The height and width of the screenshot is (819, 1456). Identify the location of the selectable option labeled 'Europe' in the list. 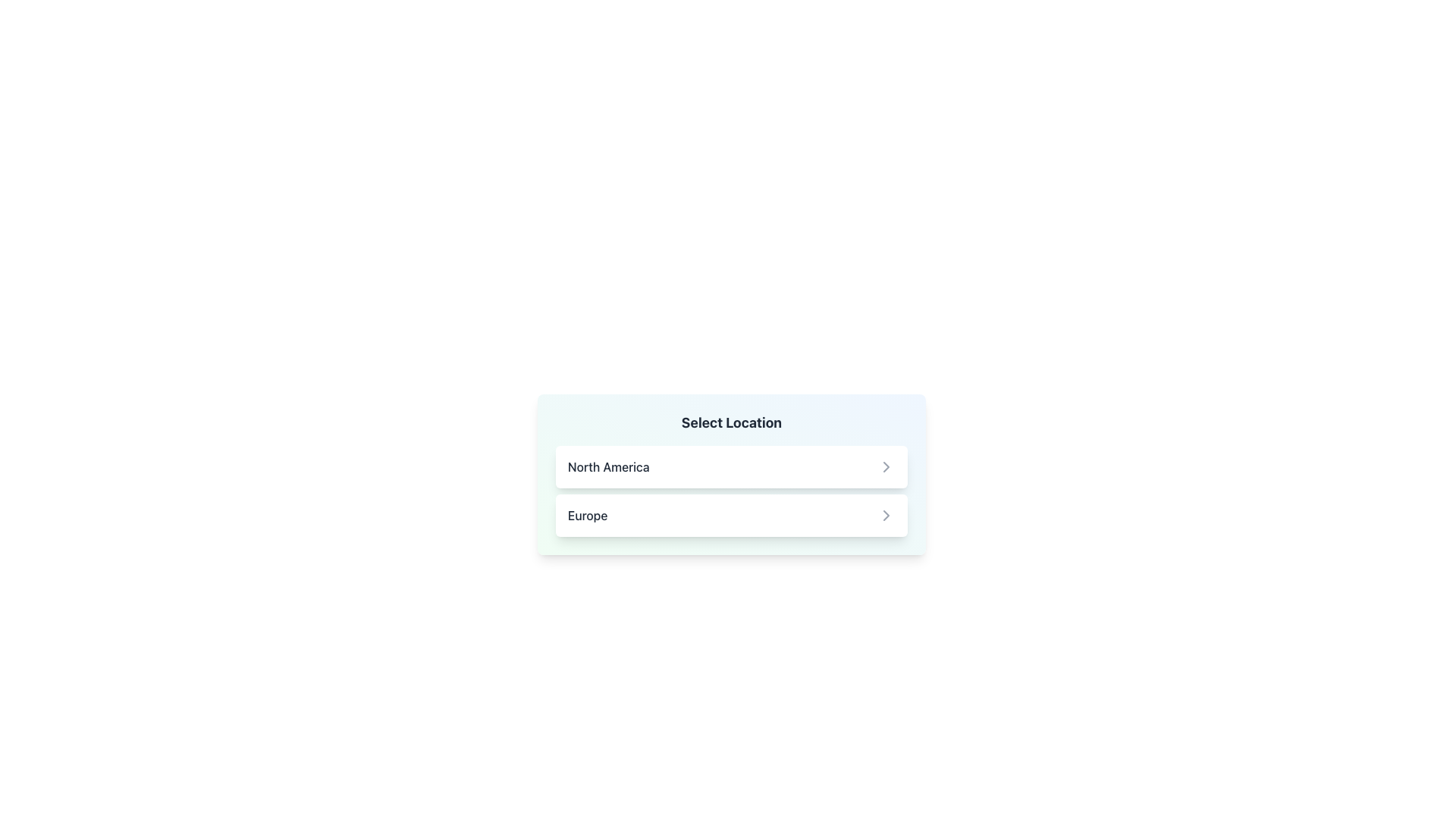
(731, 514).